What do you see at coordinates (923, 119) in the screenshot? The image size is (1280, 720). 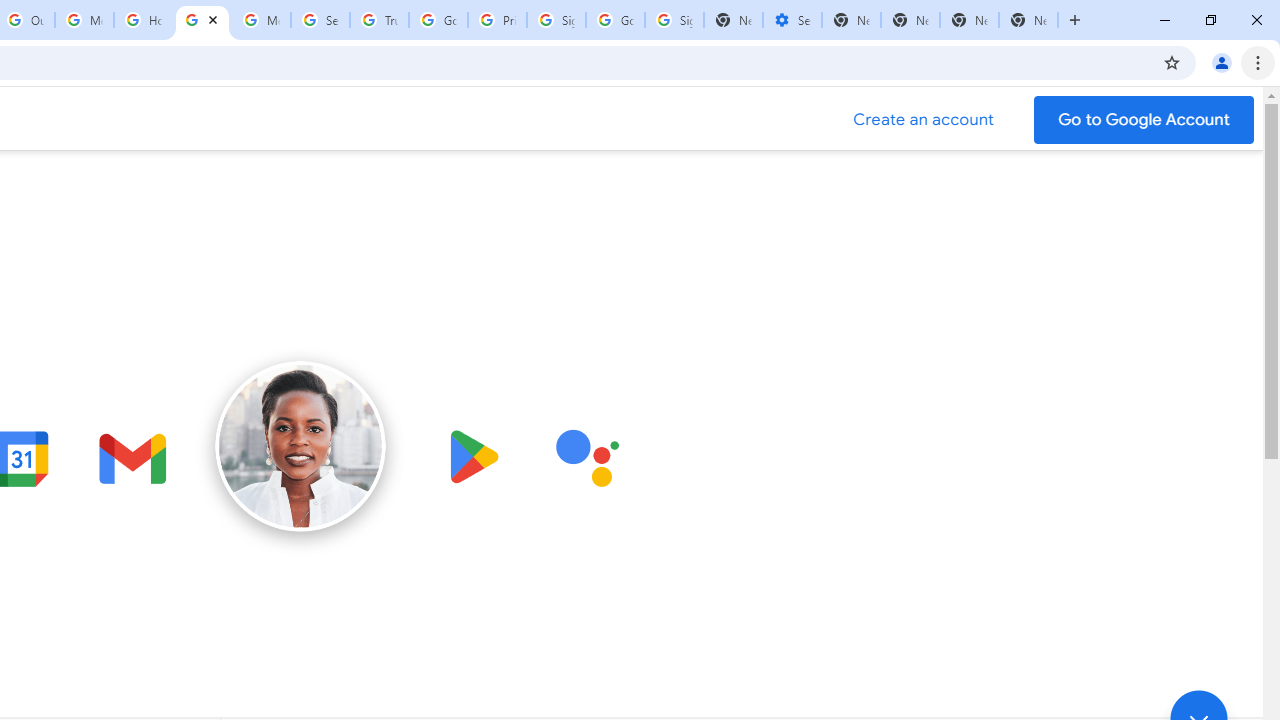 I see `'Create a Google Account'` at bounding box center [923, 119].